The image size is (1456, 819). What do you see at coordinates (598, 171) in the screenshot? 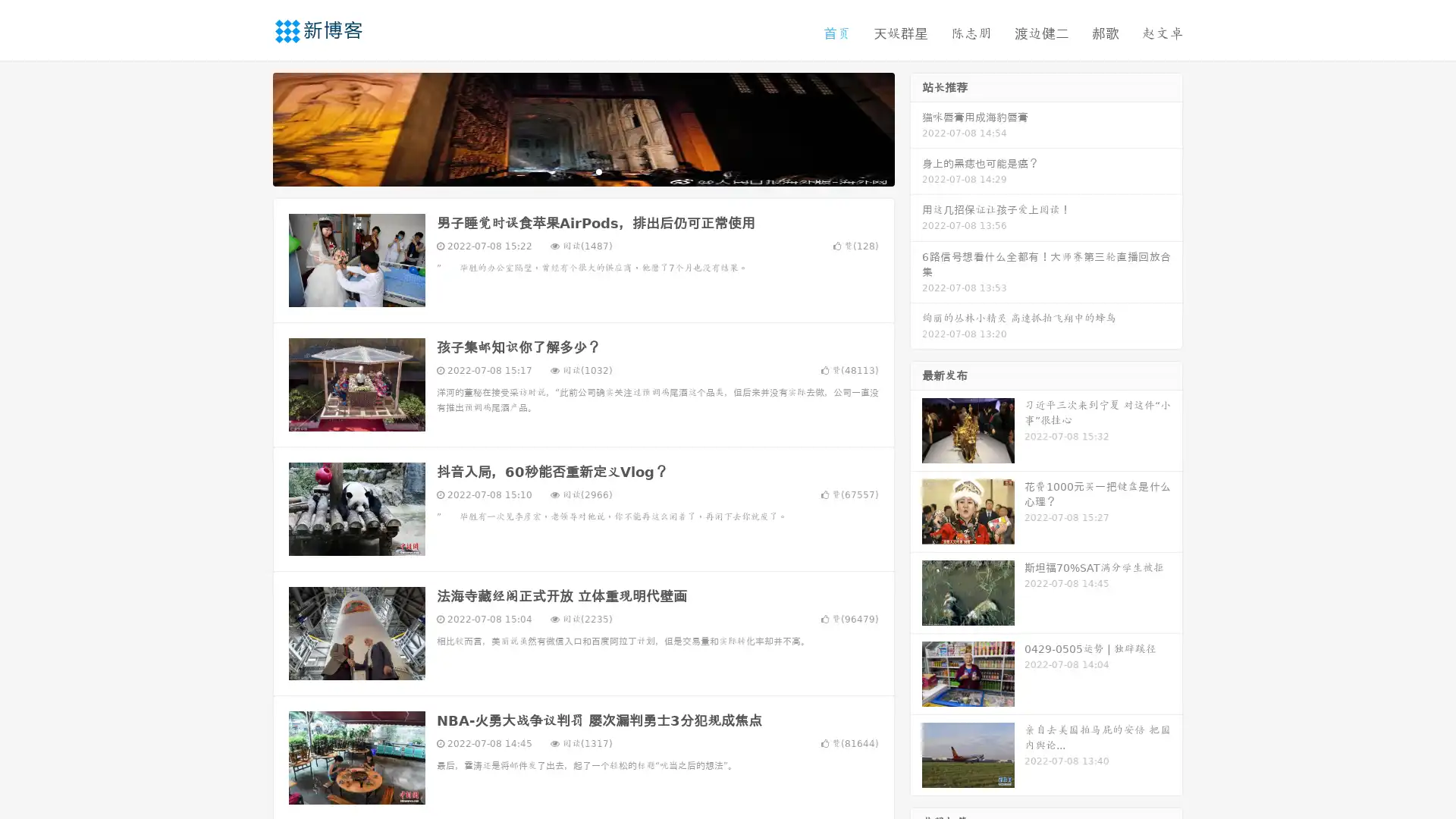
I see `Go to slide 3` at bounding box center [598, 171].